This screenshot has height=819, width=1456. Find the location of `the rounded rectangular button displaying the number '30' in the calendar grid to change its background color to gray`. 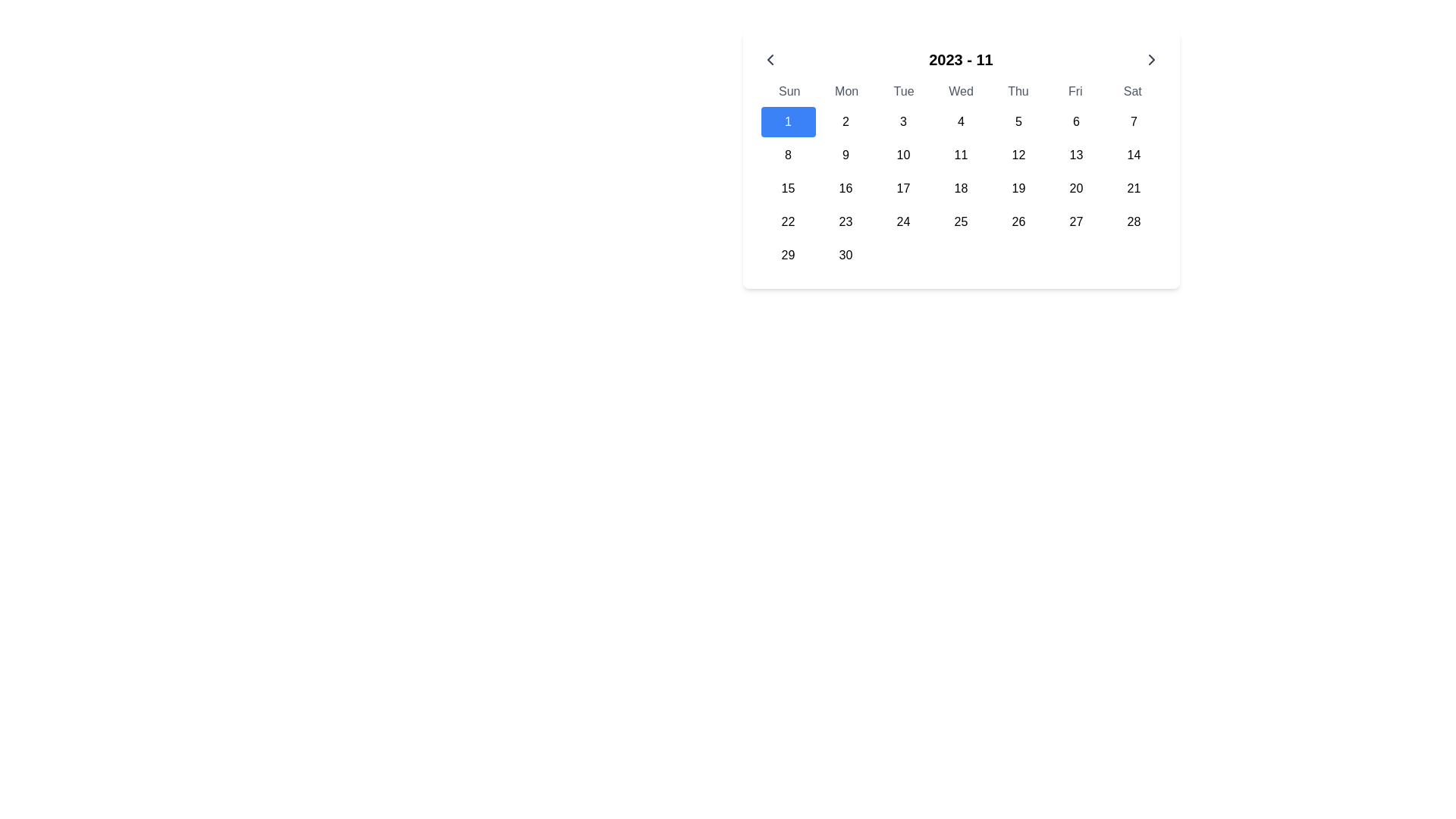

the rounded rectangular button displaying the number '30' in the calendar grid to change its background color to gray is located at coordinates (845, 254).